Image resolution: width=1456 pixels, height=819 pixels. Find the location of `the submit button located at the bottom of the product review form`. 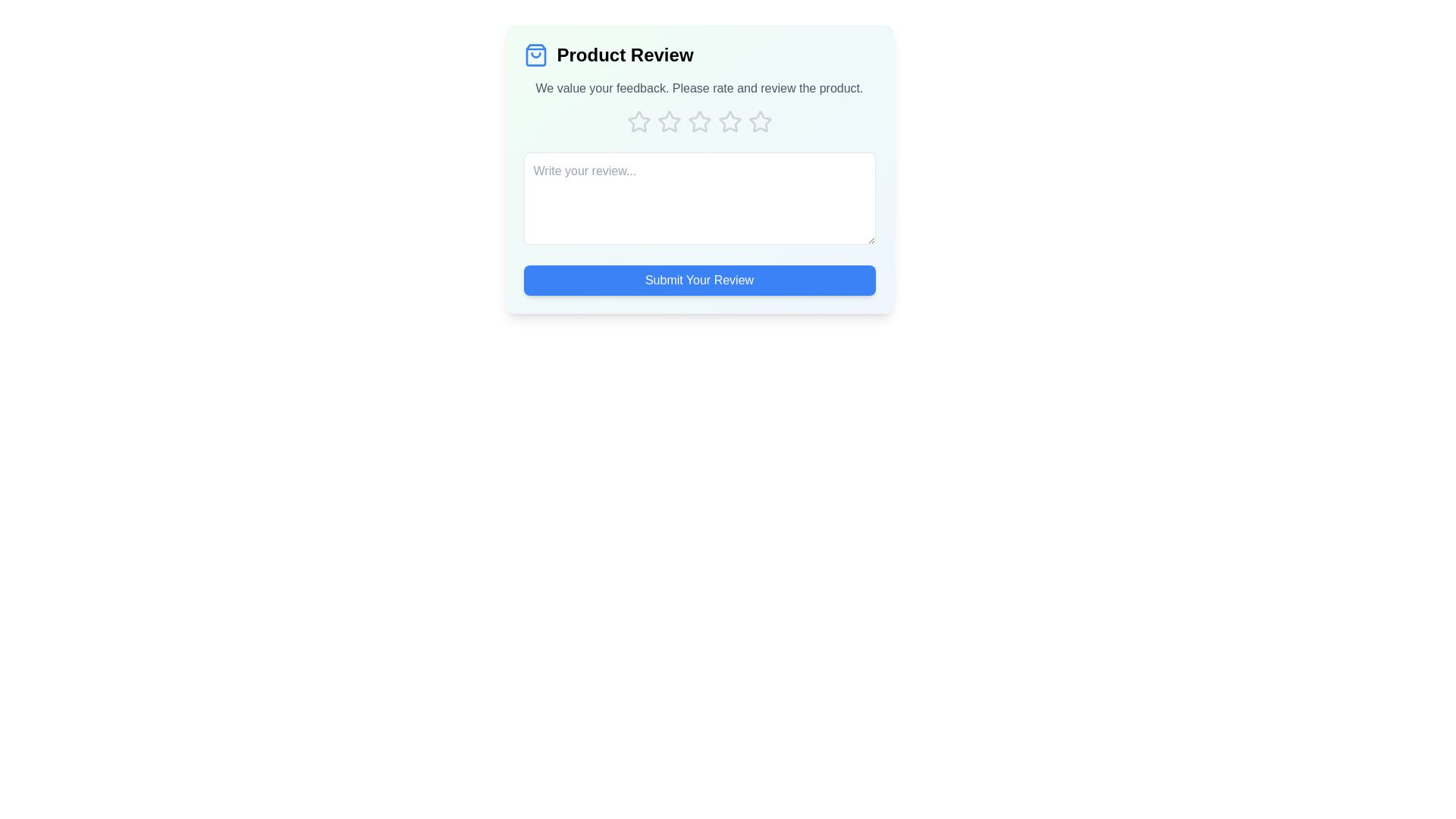

the submit button located at the bottom of the product review form is located at coordinates (698, 281).